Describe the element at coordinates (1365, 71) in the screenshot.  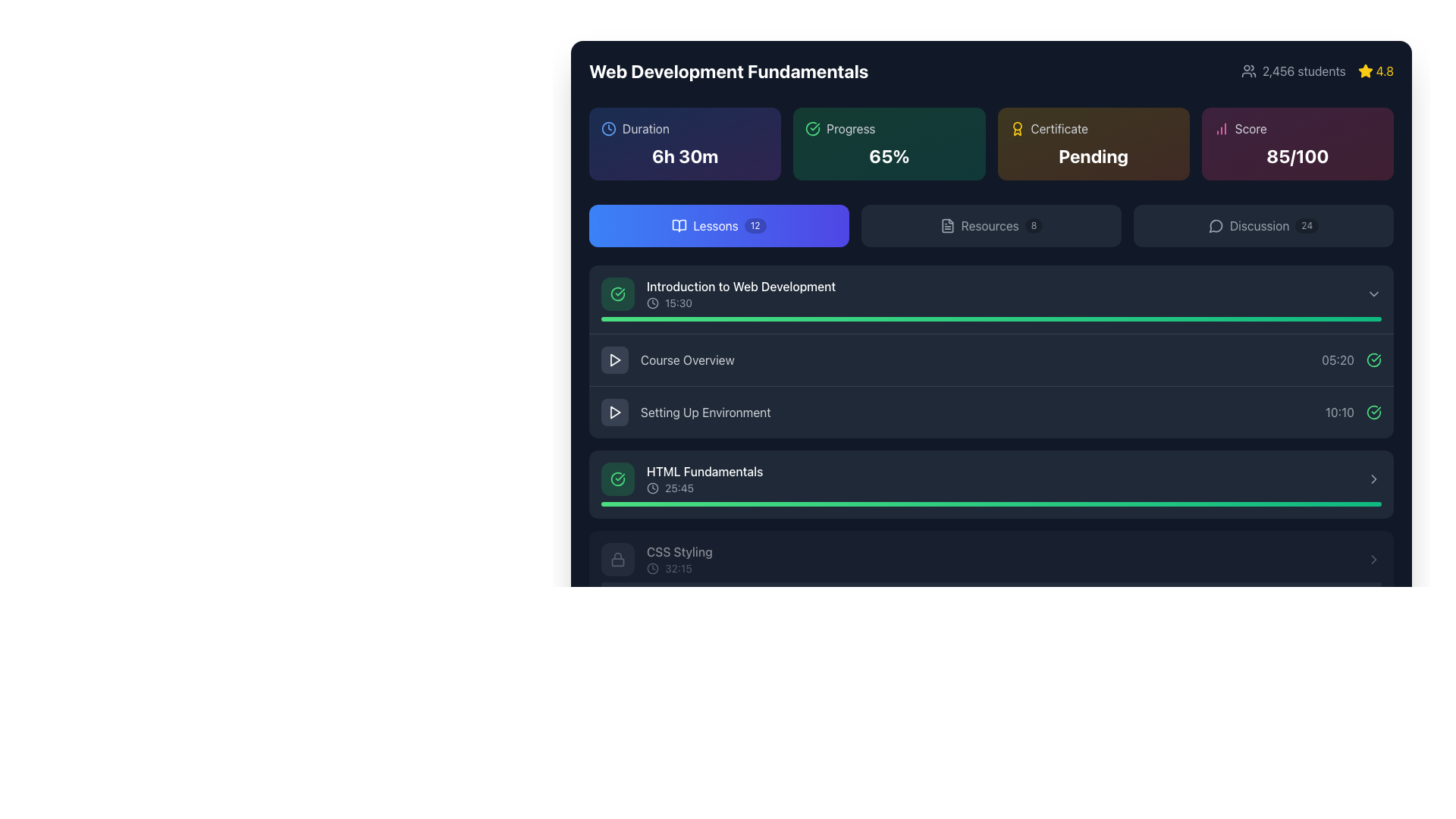
I see `the star-shaped yellow icon that indicates a rating of '4.8', located in the top-right corner of the interface` at that location.